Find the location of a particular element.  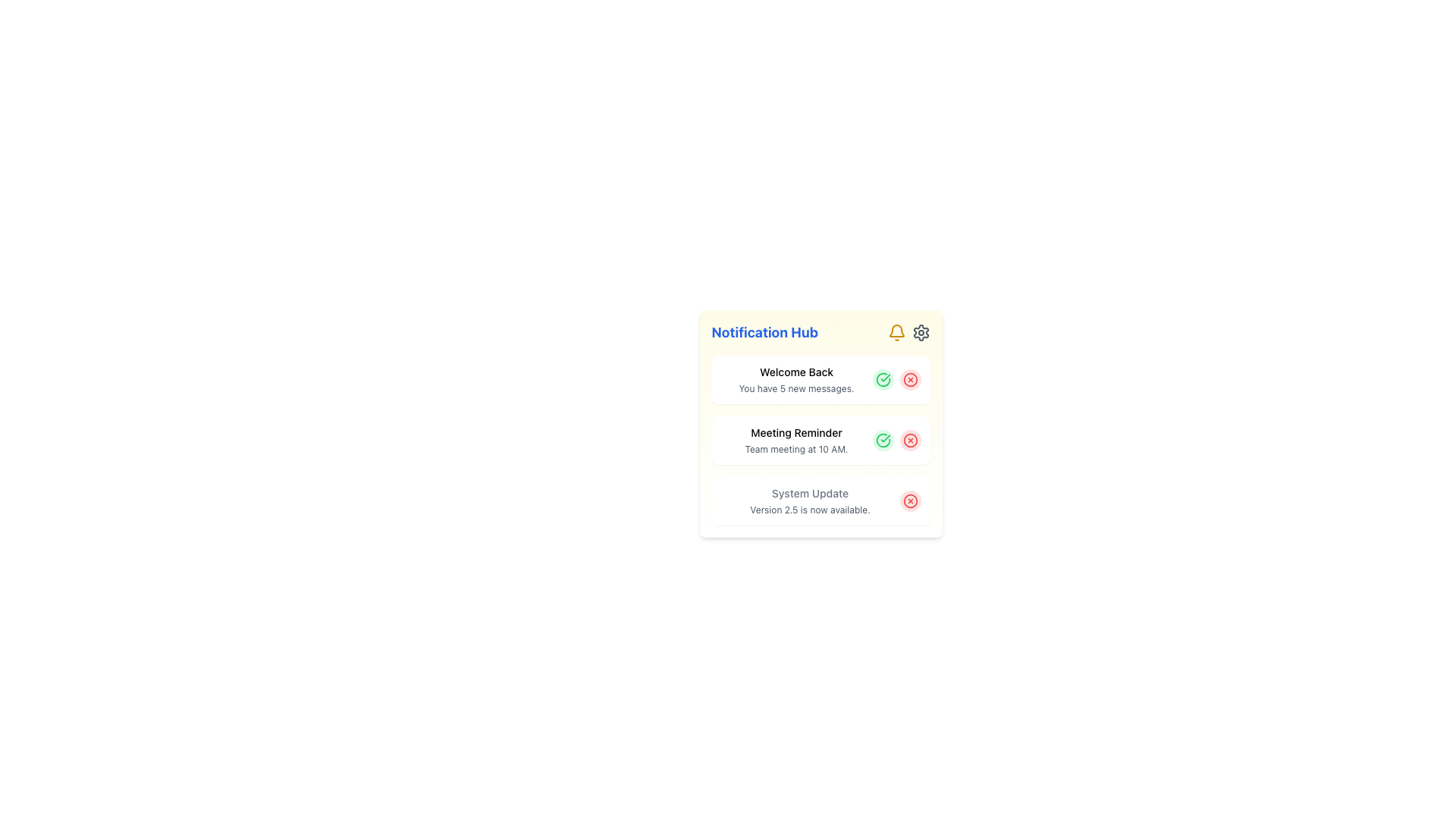

the text label that denotes the title or heading of the notification panel, which is located in the top-left corner next to interactive icons is located at coordinates (764, 332).